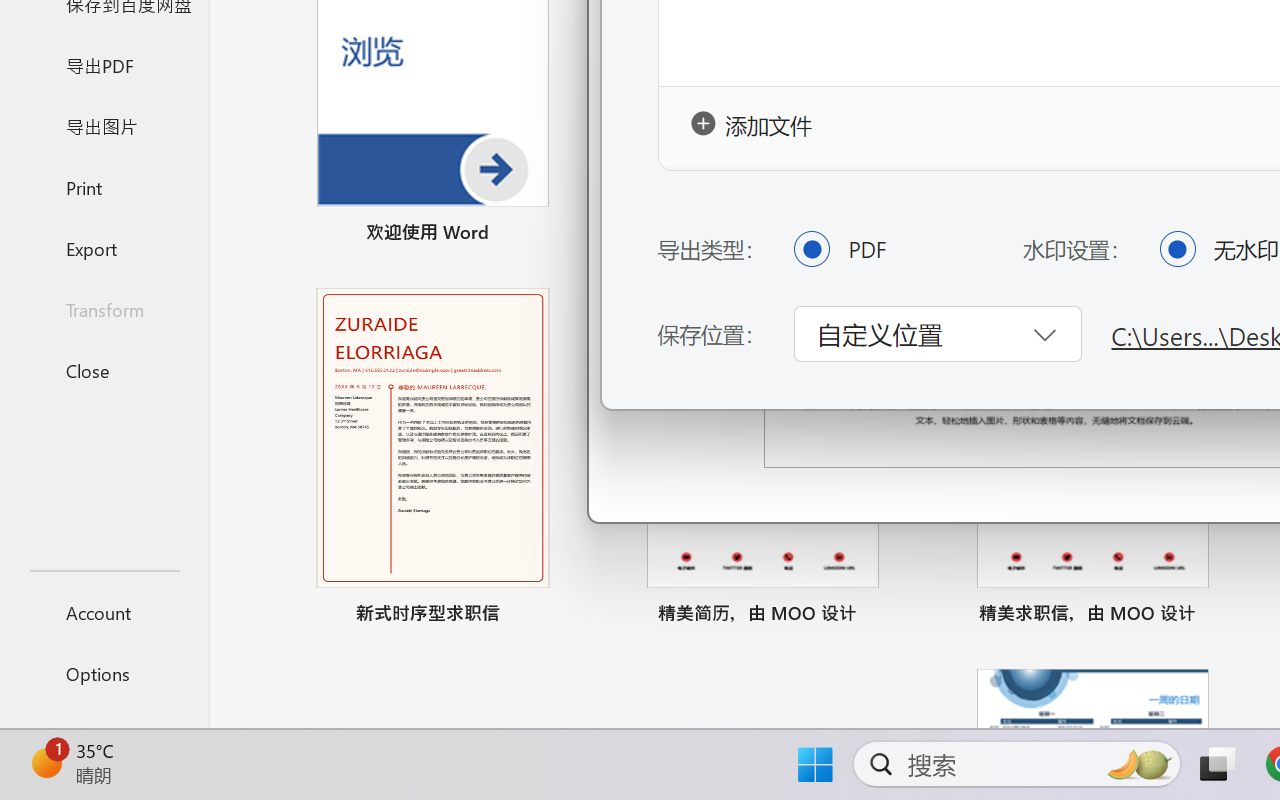 Image resolution: width=1280 pixels, height=800 pixels. Describe the element at coordinates (103, 308) in the screenshot. I see `'Transform'` at that location.